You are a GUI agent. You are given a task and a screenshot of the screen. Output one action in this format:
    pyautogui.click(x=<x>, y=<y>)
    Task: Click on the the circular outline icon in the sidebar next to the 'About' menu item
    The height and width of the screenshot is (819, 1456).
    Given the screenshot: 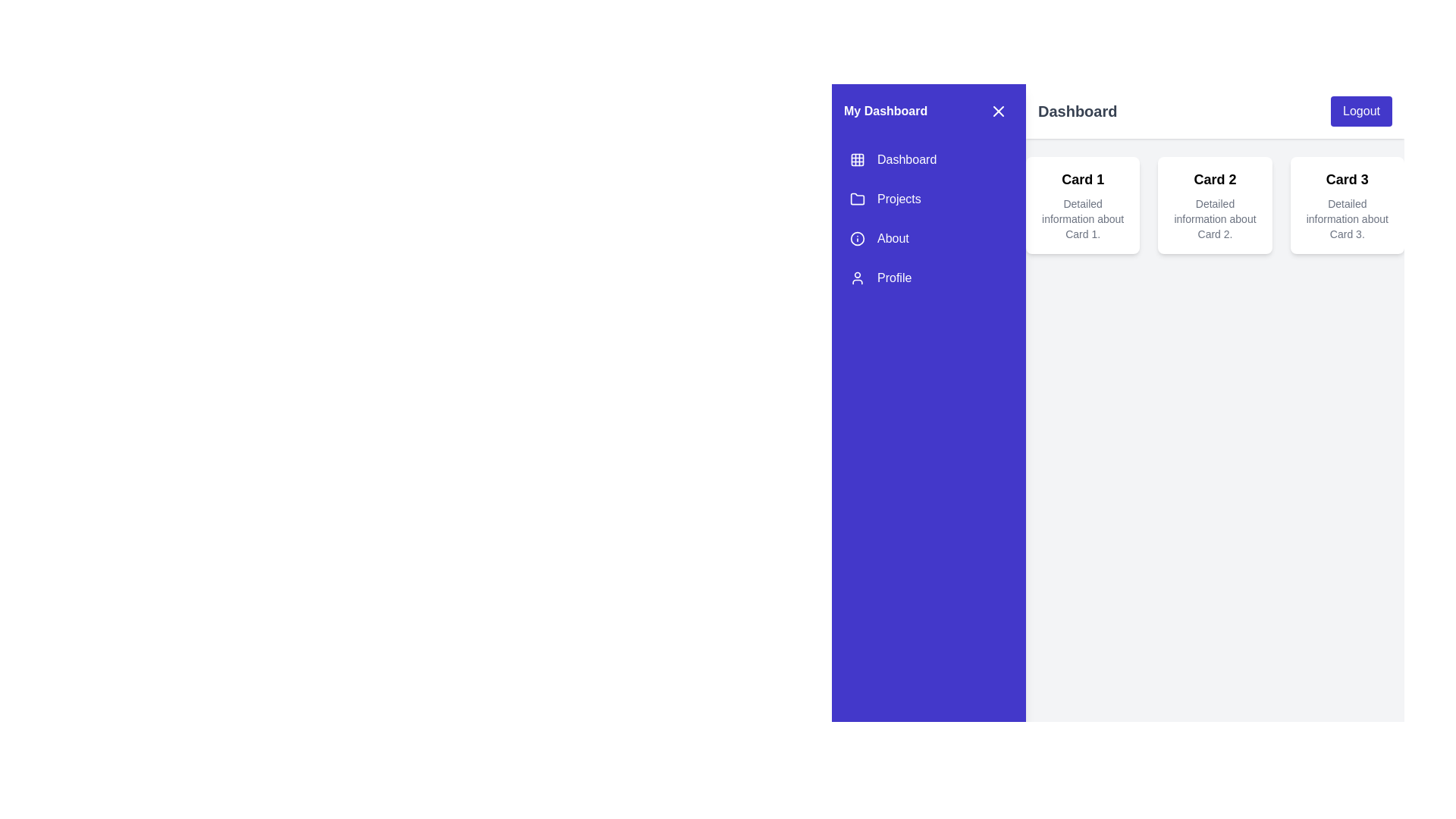 What is the action you would take?
    pyautogui.click(x=858, y=239)
    